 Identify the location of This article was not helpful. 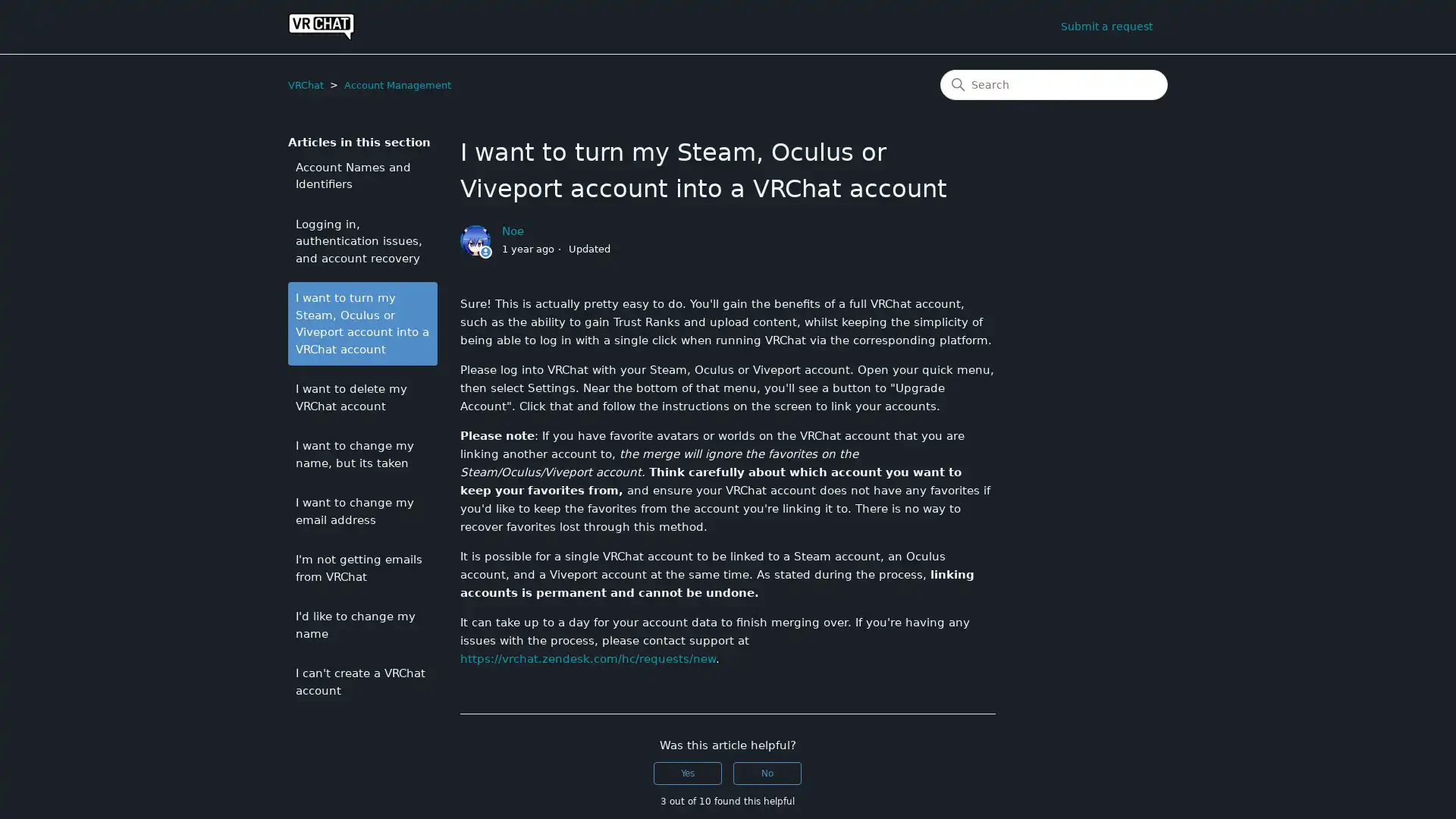
(767, 773).